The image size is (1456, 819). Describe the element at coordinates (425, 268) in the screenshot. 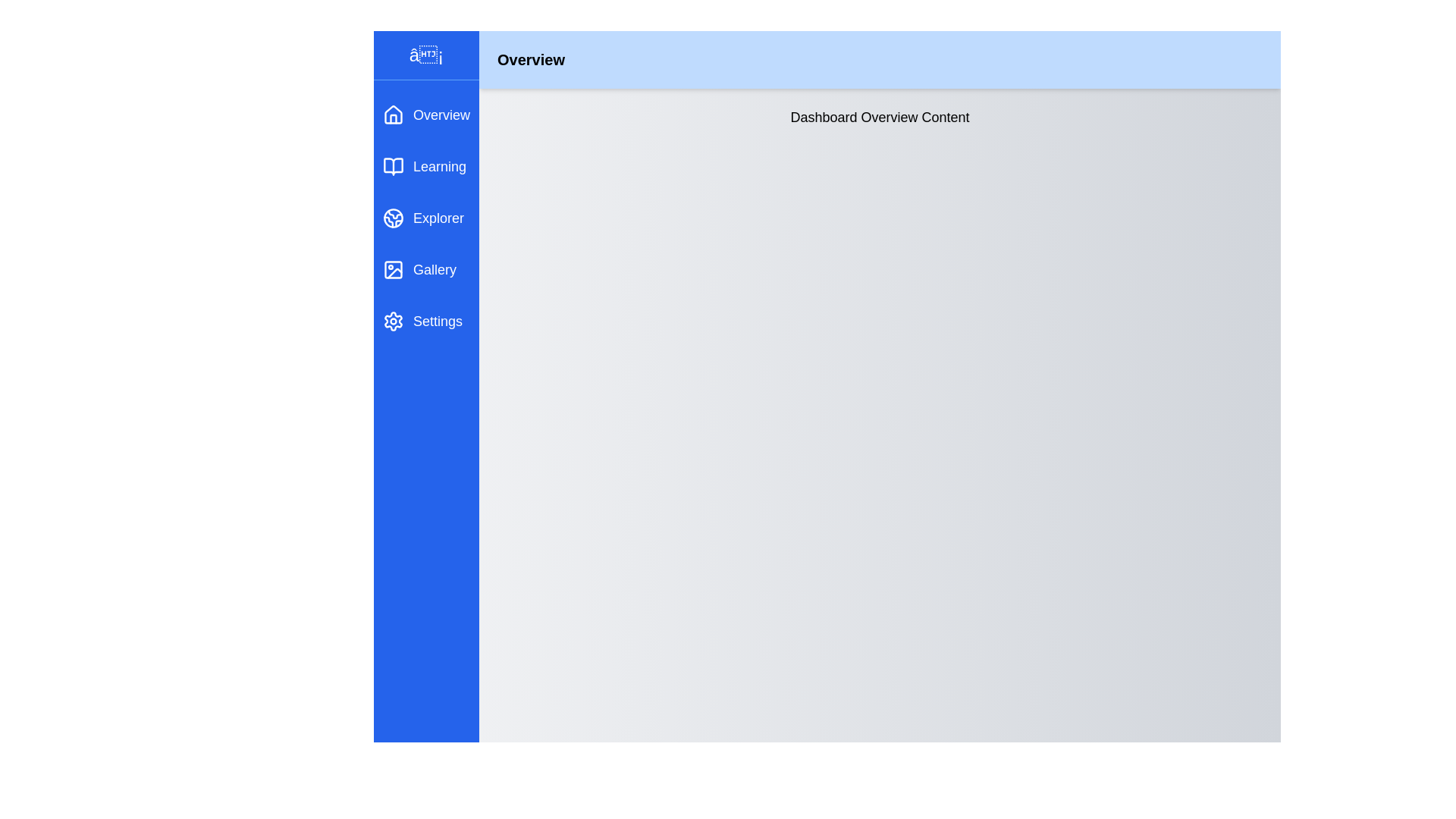

I see `the fourth button in the vertical navigation bar on the left side of the application` at that location.